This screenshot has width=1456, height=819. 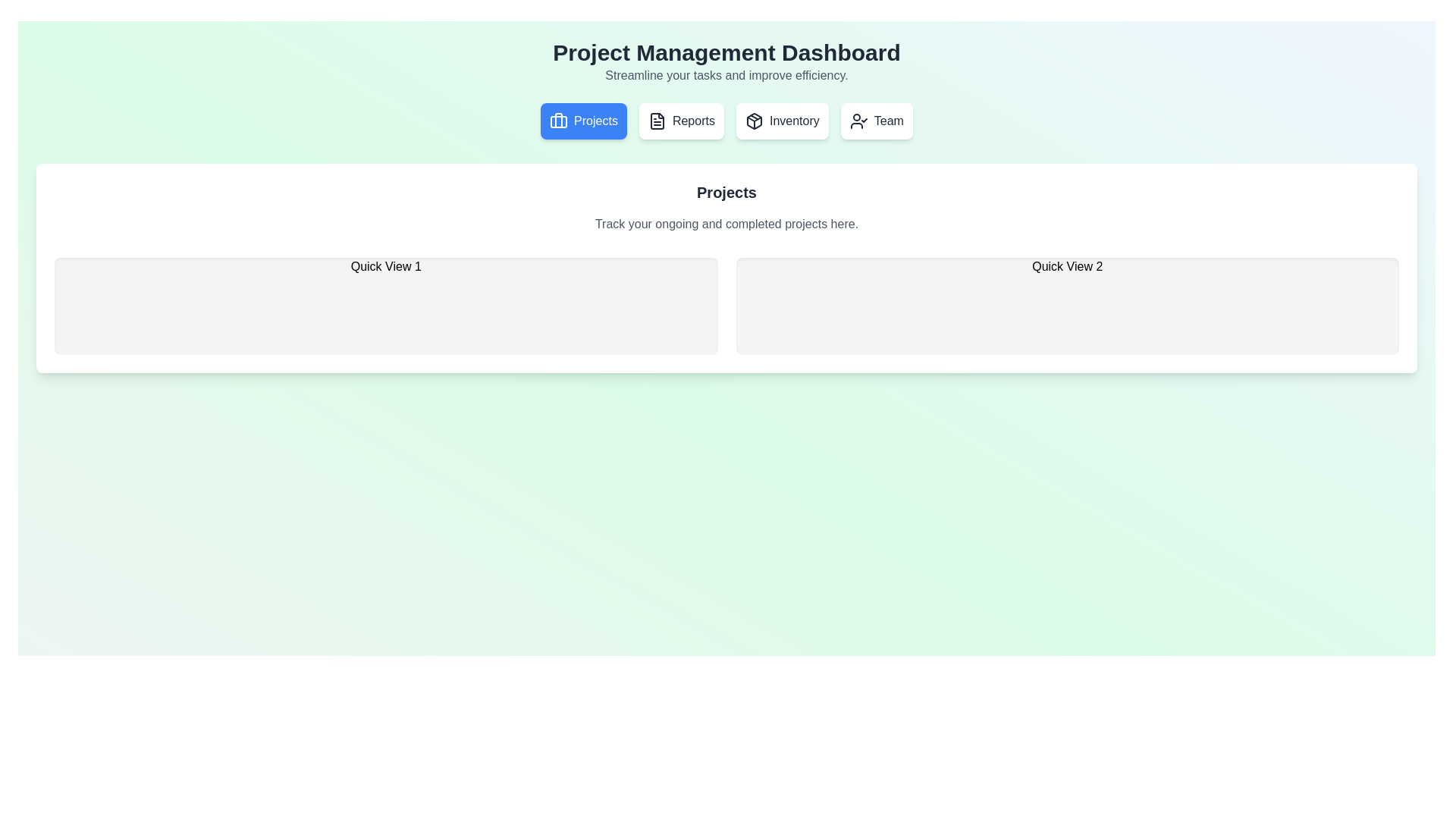 I want to click on the large heading text element that displays 'Project Management Dashboard', which is styled in bold, 3xl font and located at the top of the page, so click(x=726, y=52).